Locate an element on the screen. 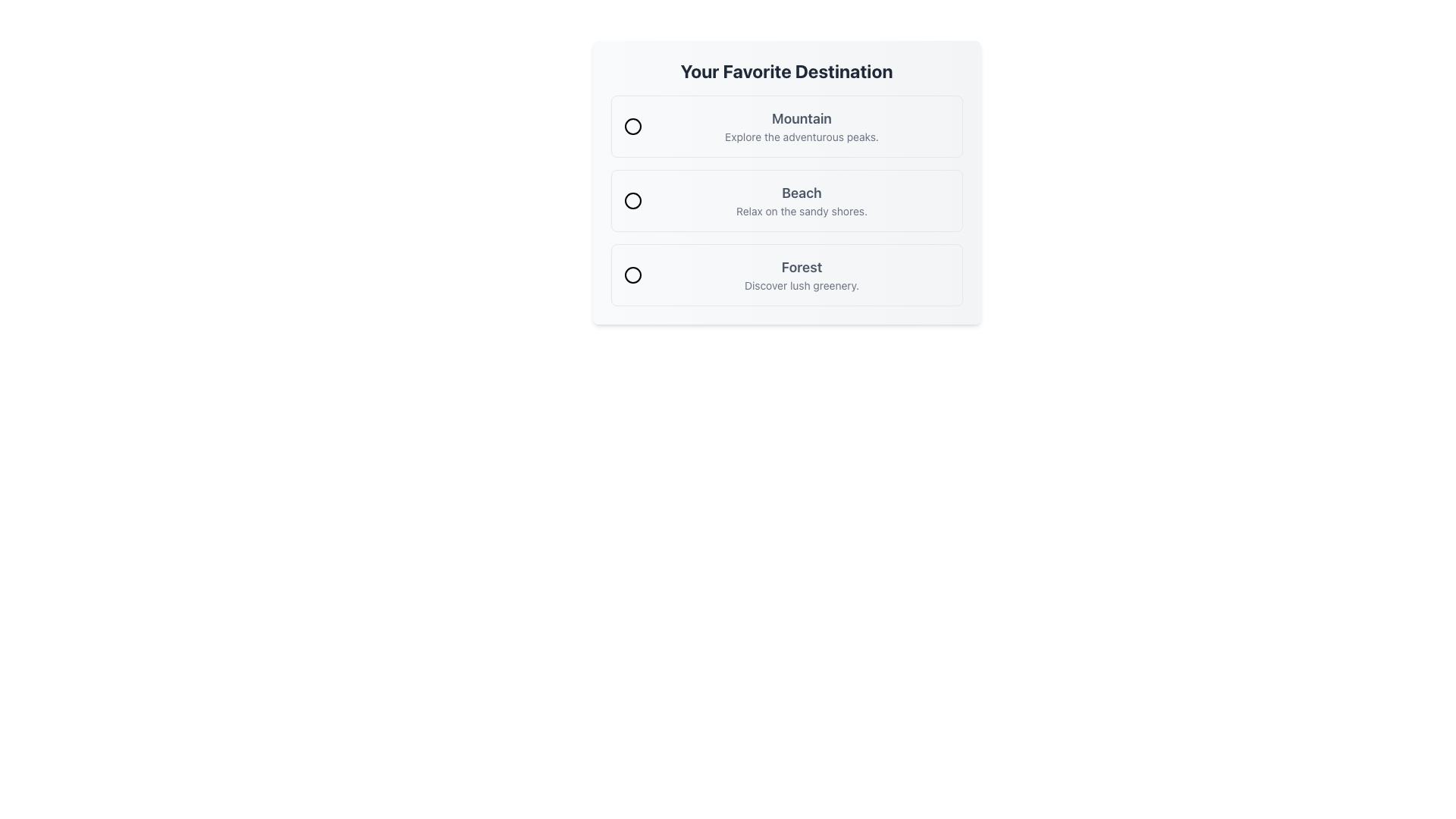 This screenshot has height=819, width=1456. the prominently styled text label displaying the word 'Forest', which is situated above the descriptive text 'Discover lush greenery' in the third option of a vertically stacked list is located at coordinates (801, 267).